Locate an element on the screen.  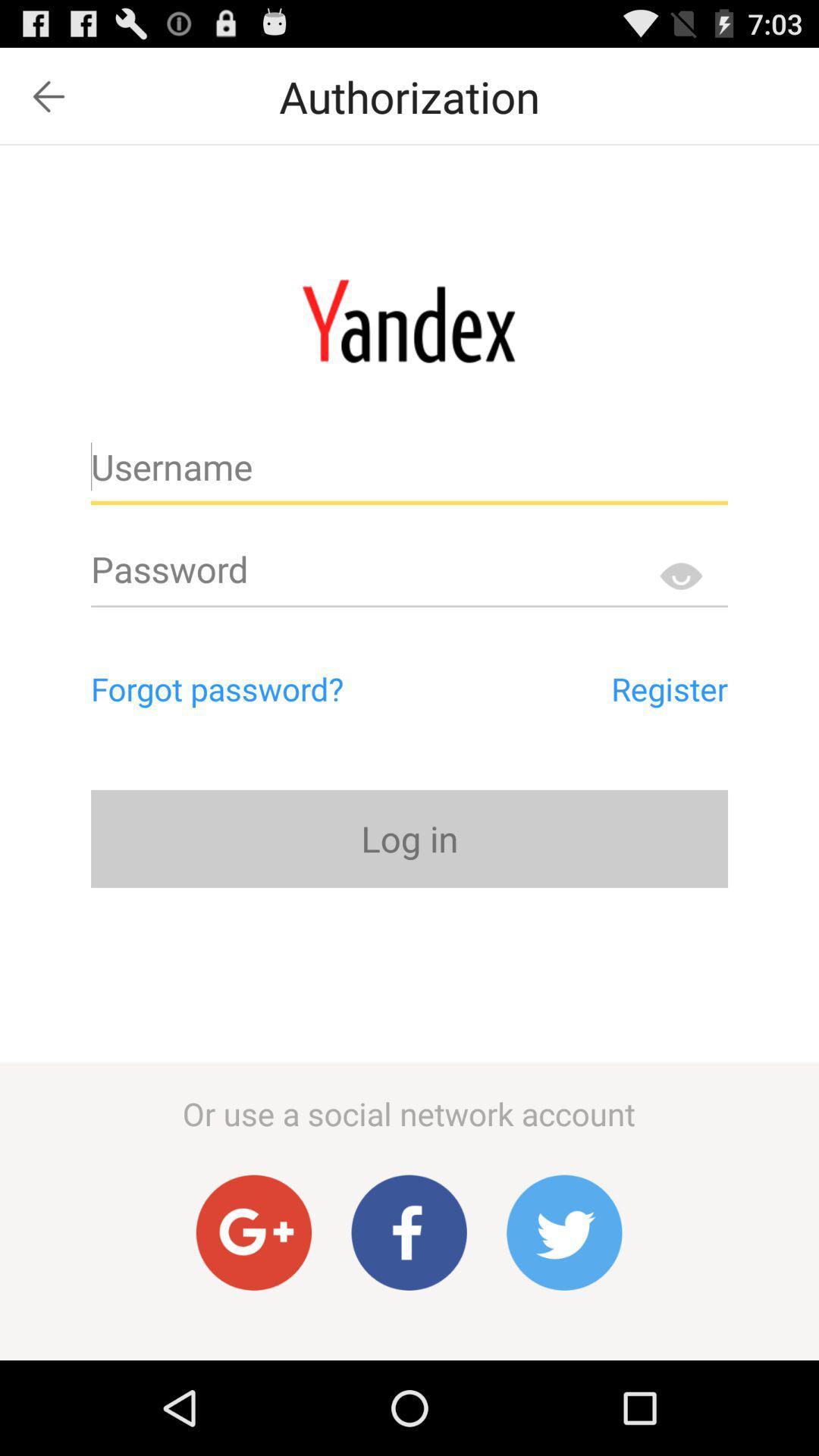
the item next to forgot password? app is located at coordinates (599, 688).